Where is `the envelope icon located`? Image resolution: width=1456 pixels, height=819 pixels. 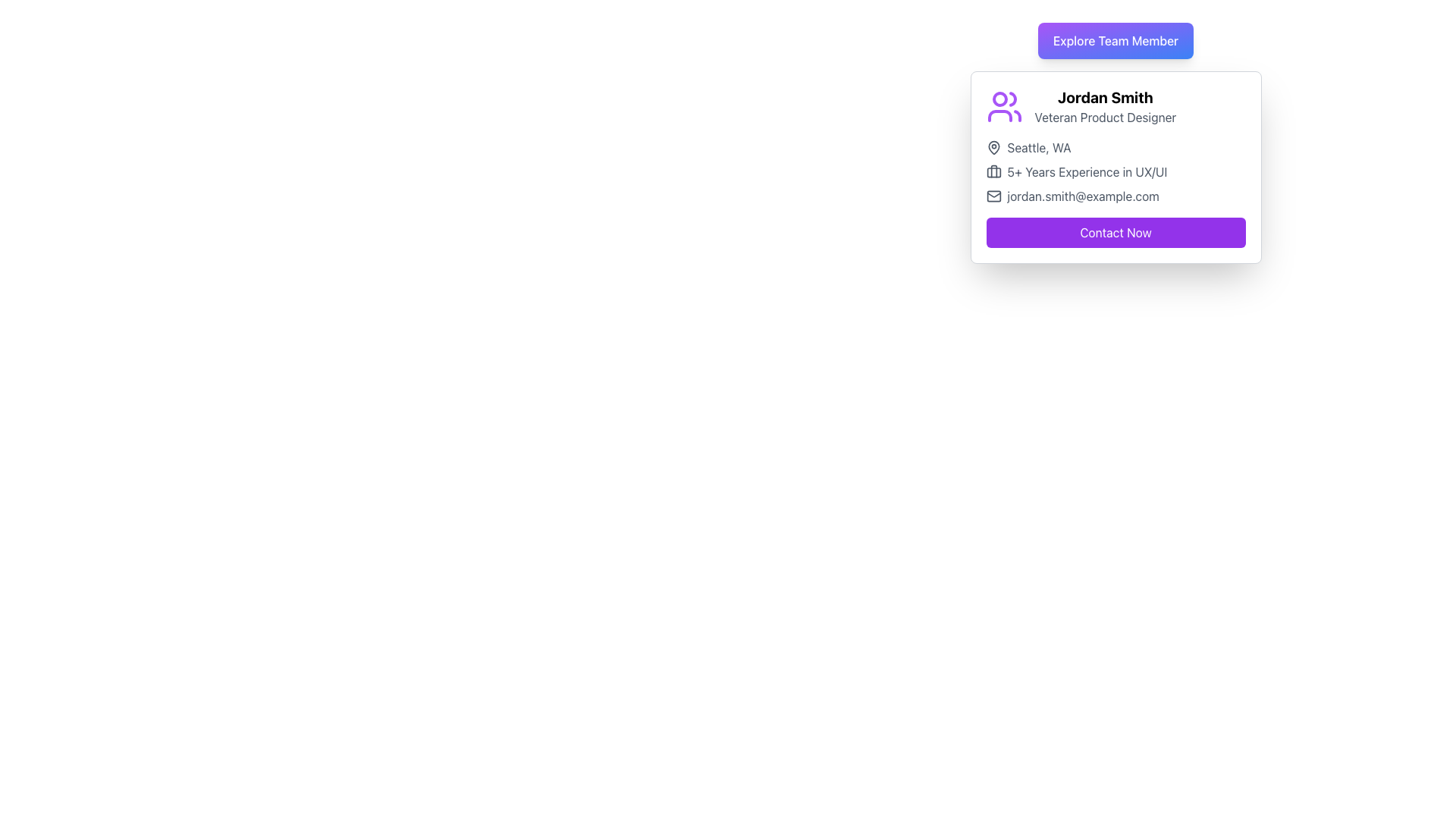
the envelope icon located is located at coordinates (993, 195).